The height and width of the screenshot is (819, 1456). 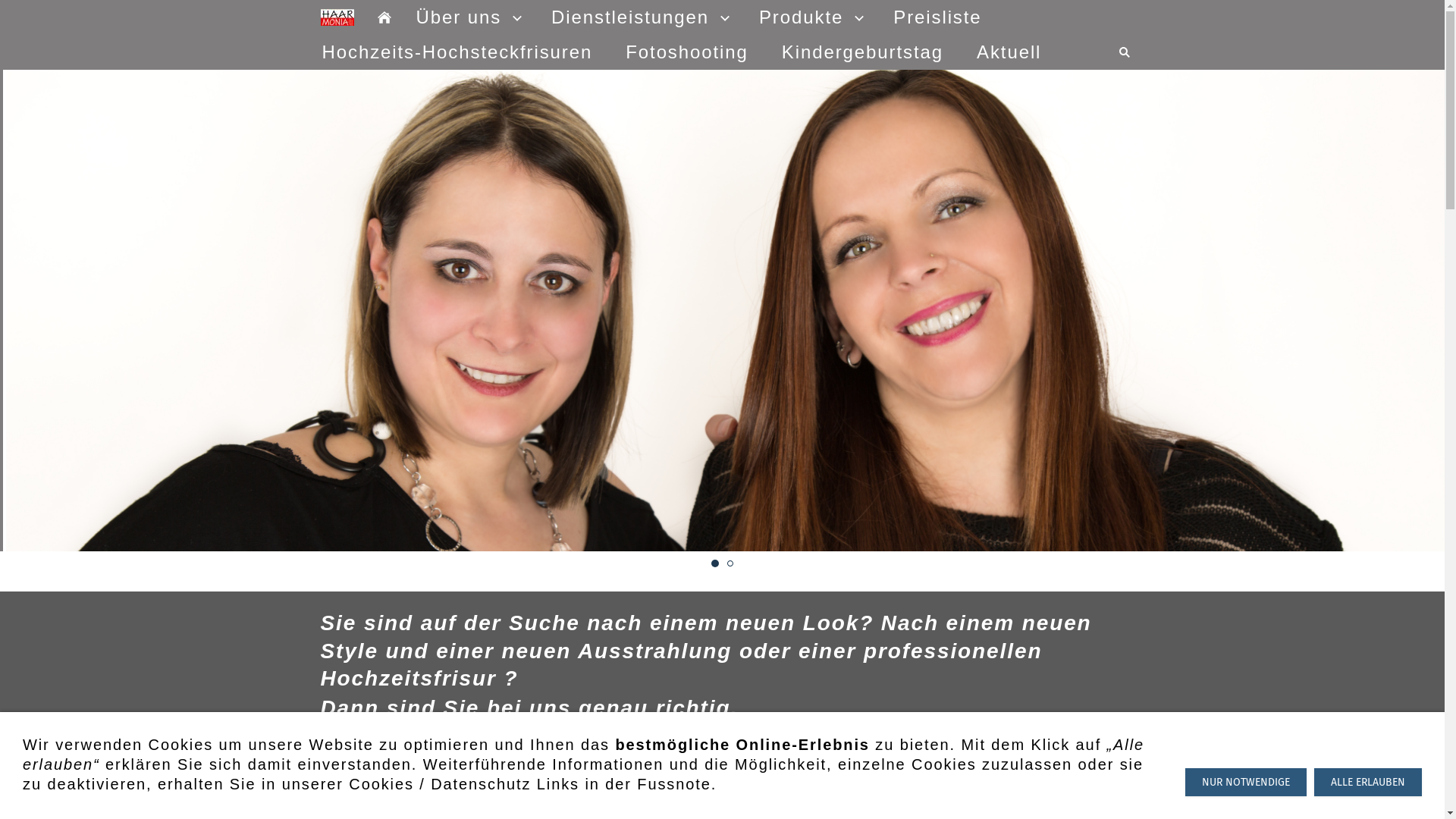 I want to click on 'Kindergeburtstag', so click(x=862, y=52).